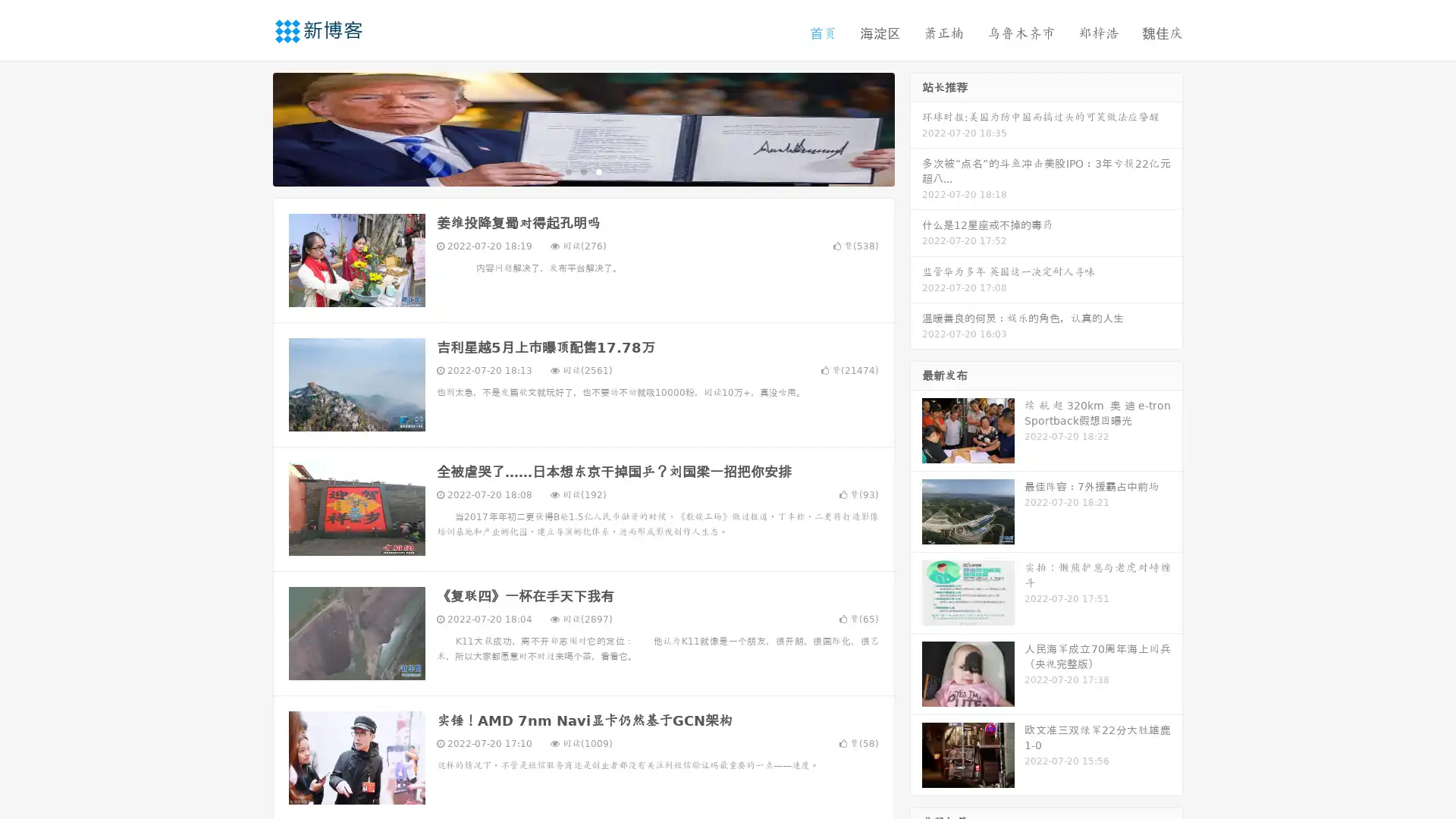  What do you see at coordinates (250, 127) in the screenshot?
I see `Previous slide` at bounding box center [250, 127].